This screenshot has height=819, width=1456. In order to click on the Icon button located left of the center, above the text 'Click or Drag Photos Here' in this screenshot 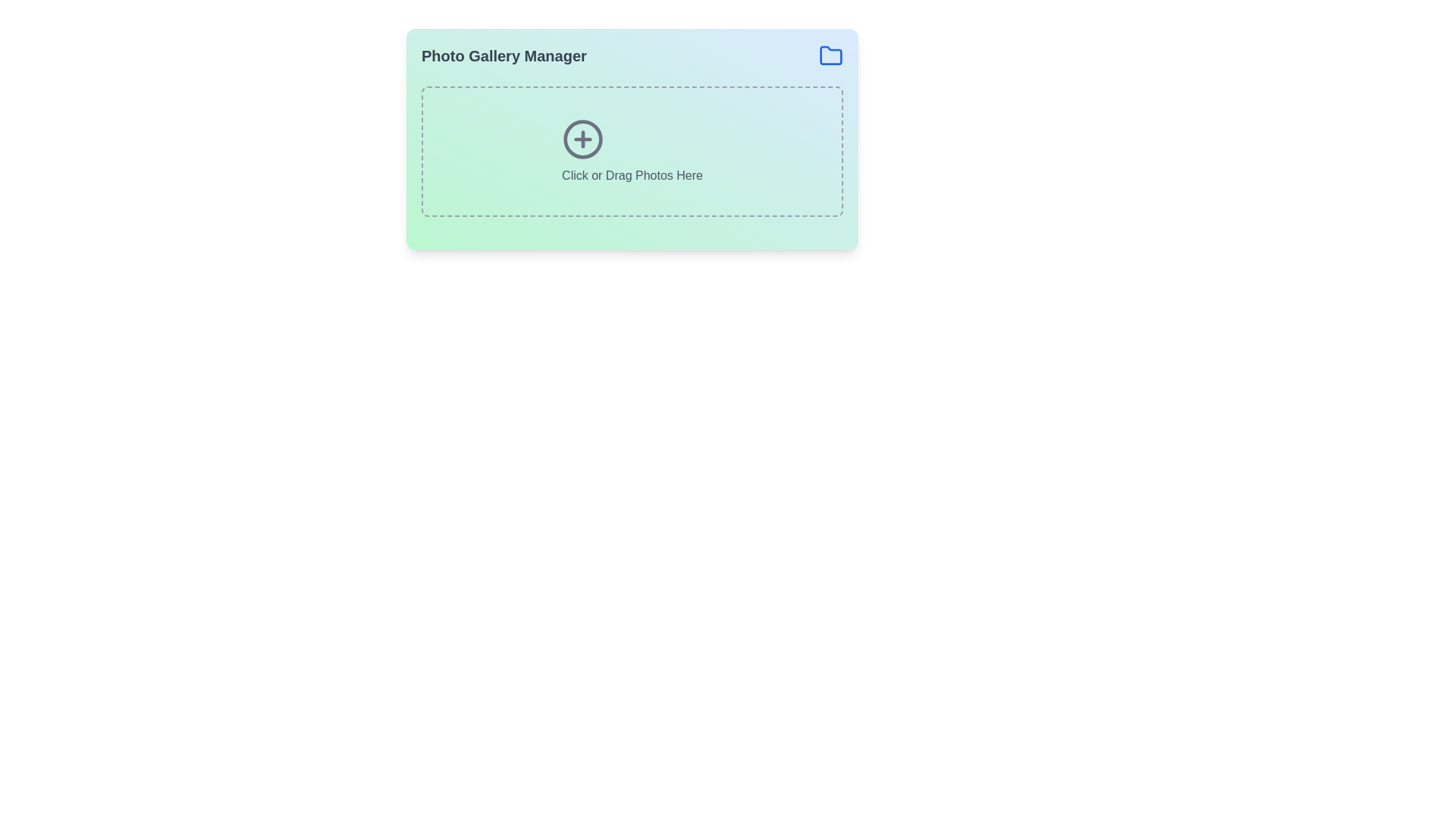, I will do `click(582, 140)`.